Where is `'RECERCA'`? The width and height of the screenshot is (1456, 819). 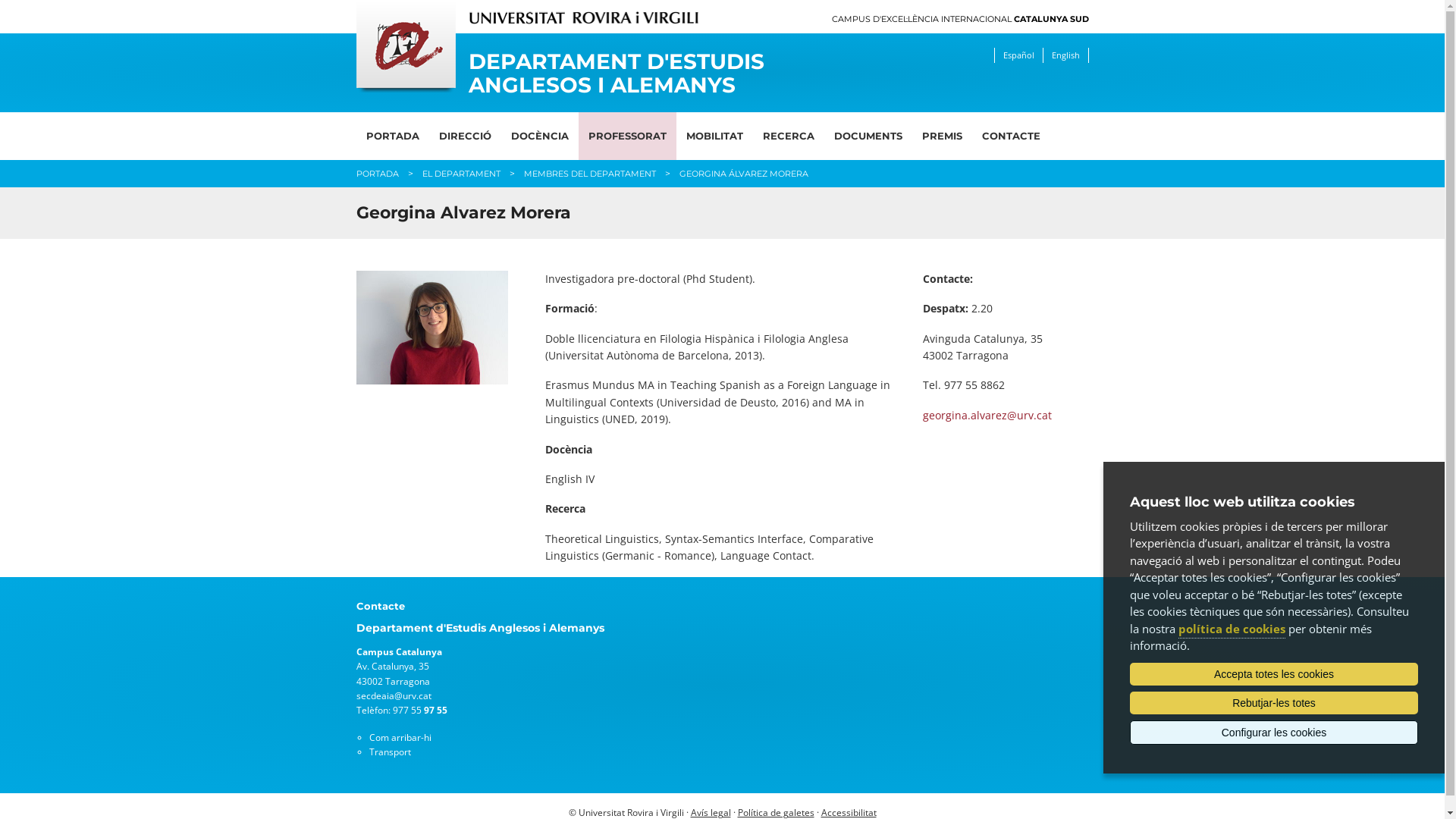
'RECERCA' is located at coordinates (787, 135).